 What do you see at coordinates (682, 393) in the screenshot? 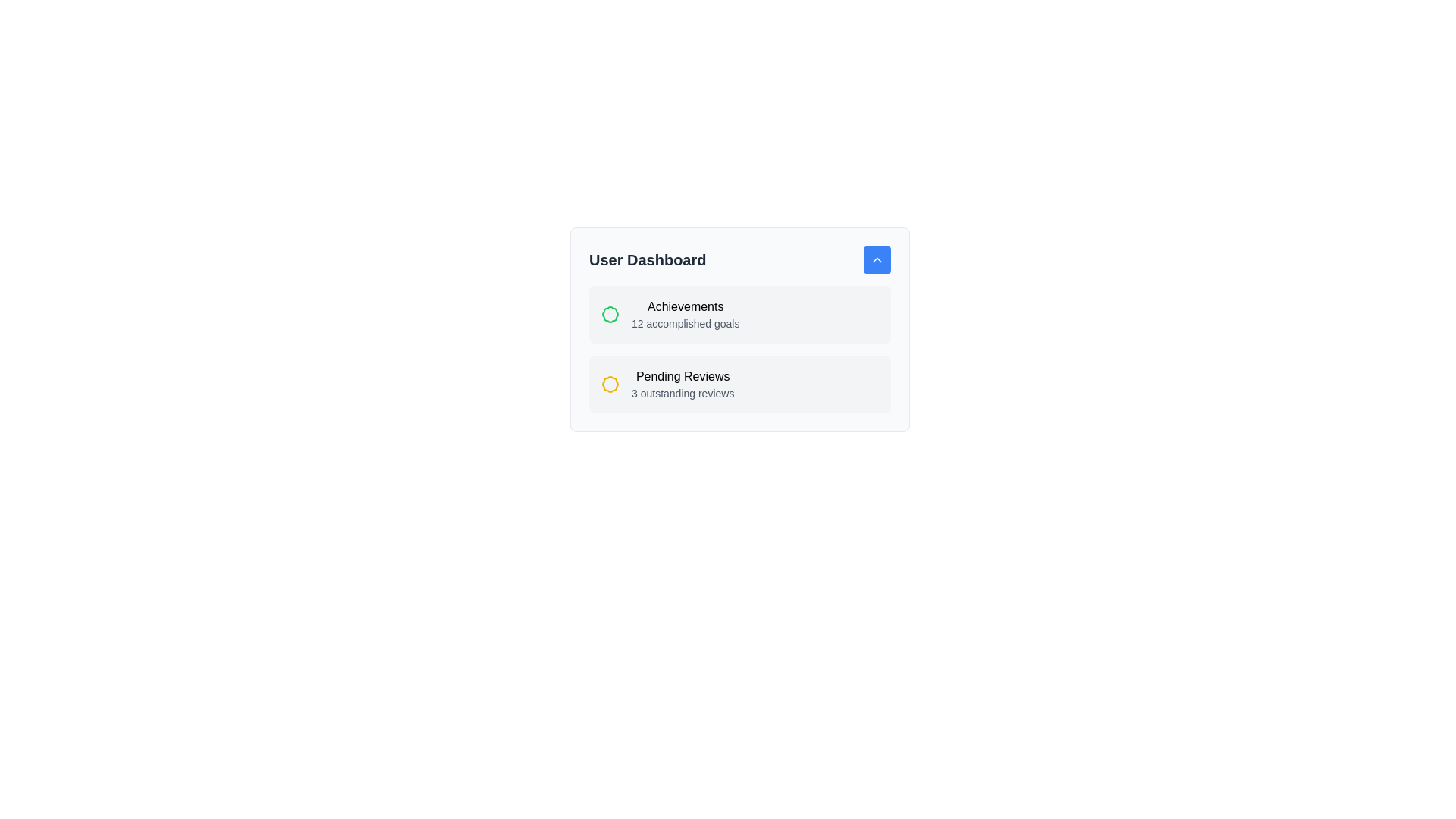
I see `the text label reading '3 outstanding reviews.' located under the title 'Pending Reviews' to prompt any associated tooltip` at bounding box center [682, 393].